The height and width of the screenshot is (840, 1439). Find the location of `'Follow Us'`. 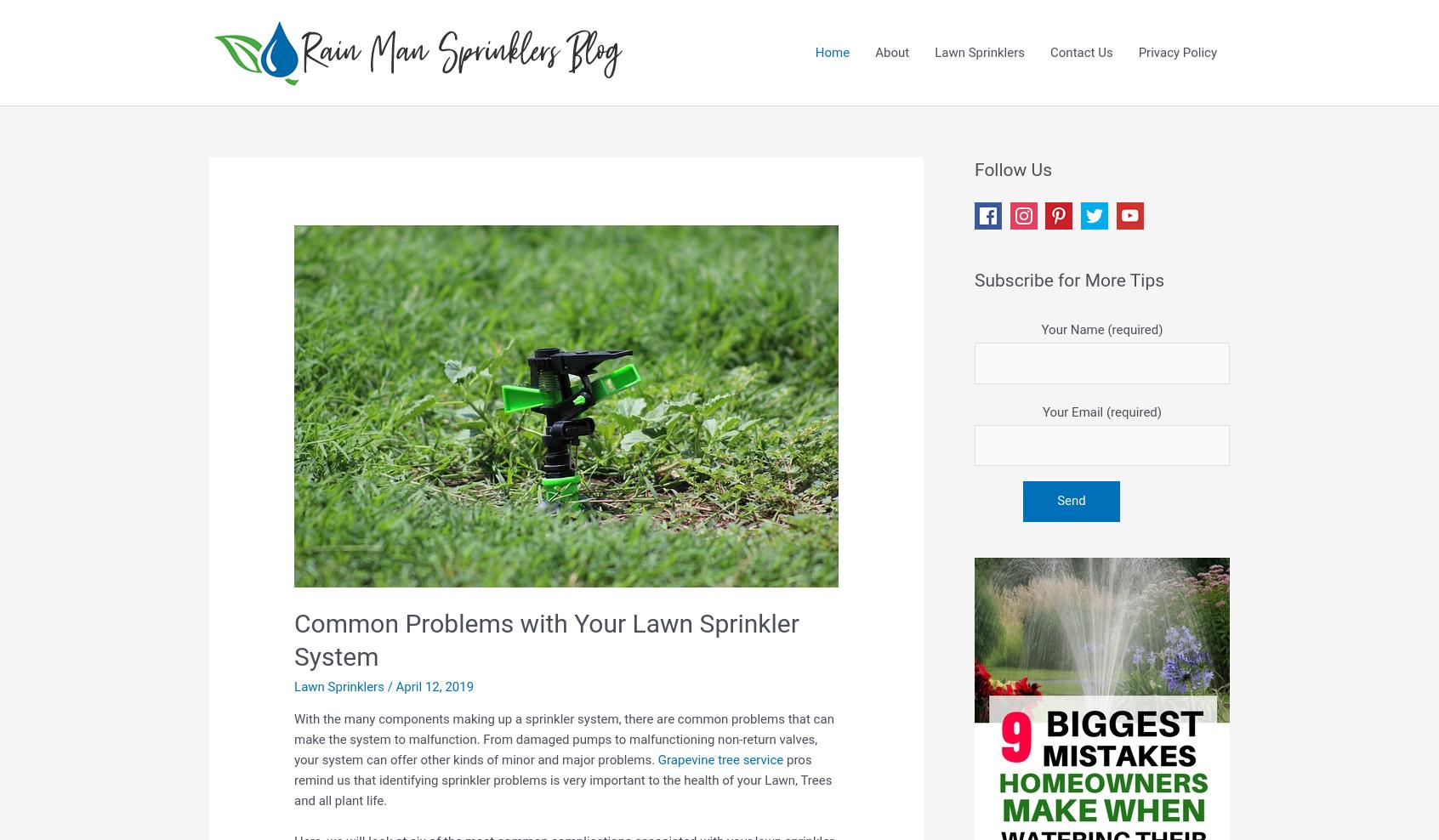

'Follow Us' is located at coordinates (1012, 169).